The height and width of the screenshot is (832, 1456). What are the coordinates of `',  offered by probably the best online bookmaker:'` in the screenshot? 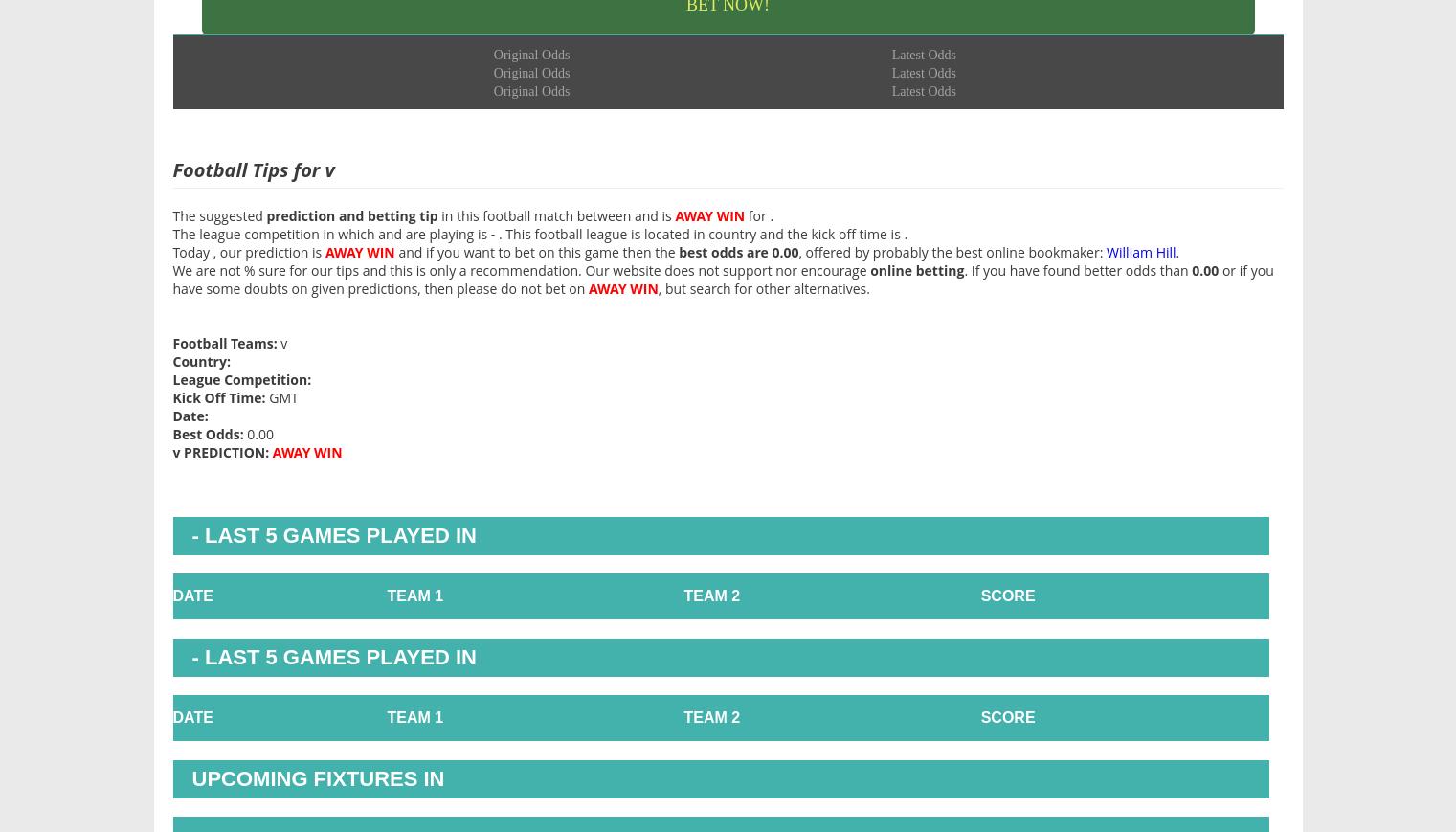 It's located at (952, 250).